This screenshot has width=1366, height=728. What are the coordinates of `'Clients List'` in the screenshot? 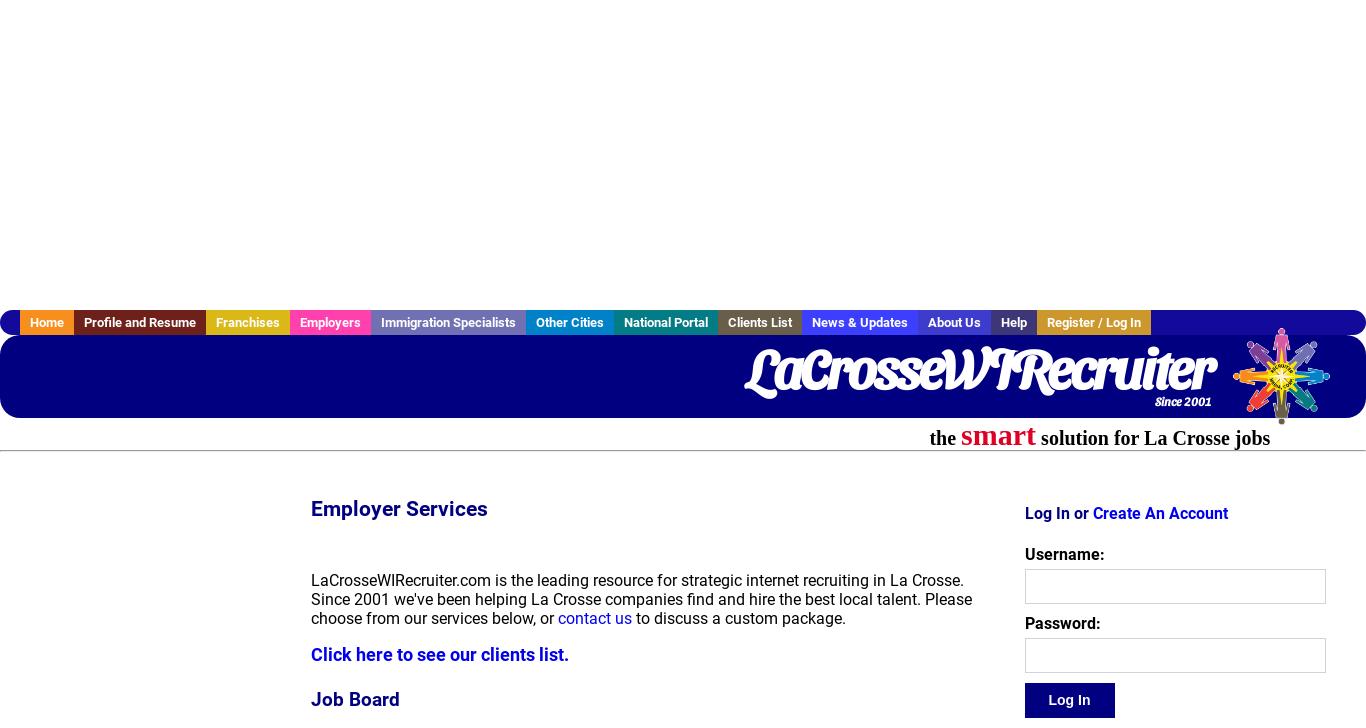 It's located at (760, 322).